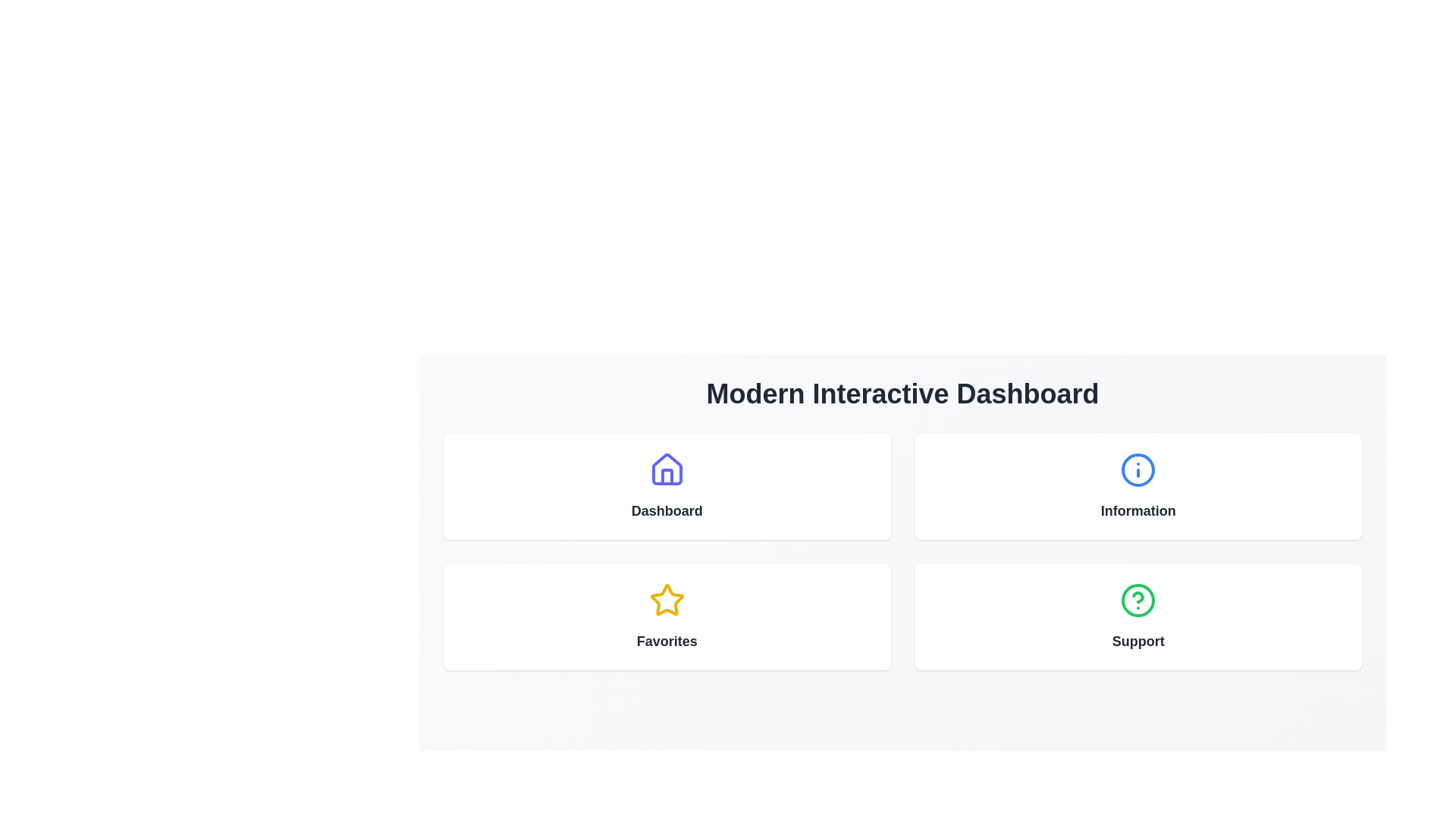 This screenshot has height=819, width=1456. I want to click on the 'Support' Interactive Card, which features a green question mark icon and is located in the bottom-right quadrant of the grid, so click(1138, 617).